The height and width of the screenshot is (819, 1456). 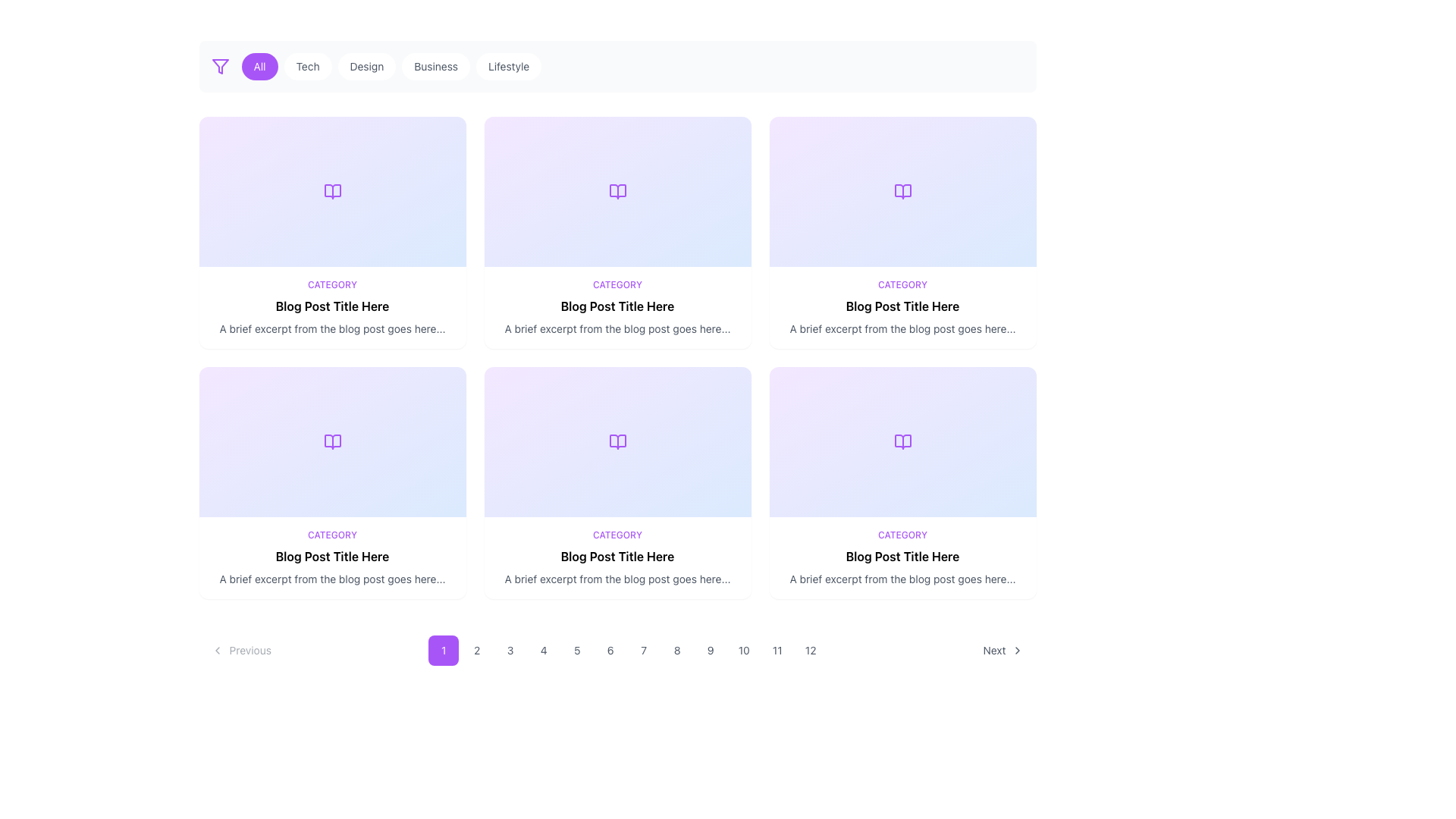 I want to click on the text label in the middle column of the second row of the grid layout, so click(x=617, y=556).